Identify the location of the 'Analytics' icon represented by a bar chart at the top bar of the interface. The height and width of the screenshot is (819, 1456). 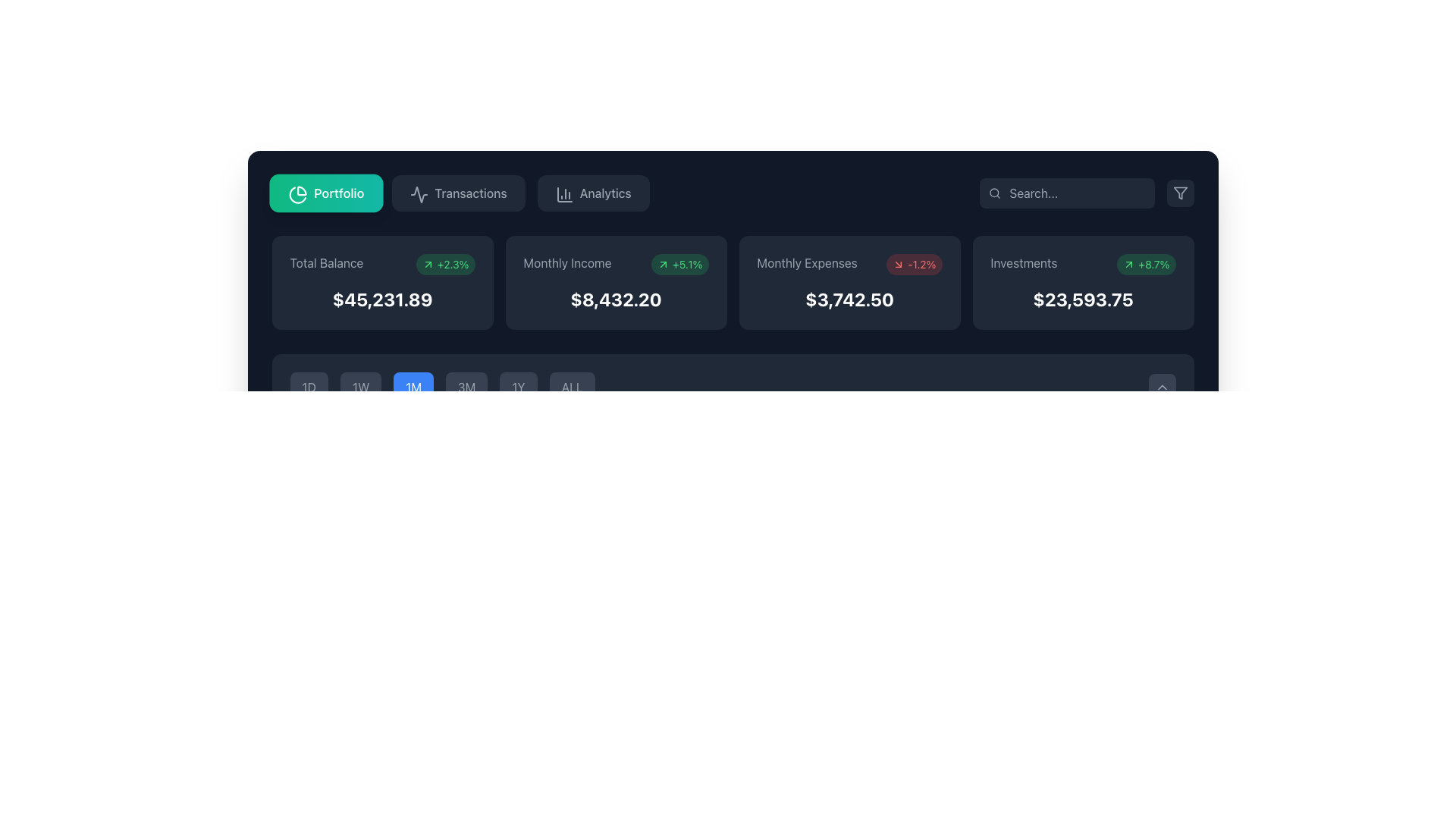
(563, 194).